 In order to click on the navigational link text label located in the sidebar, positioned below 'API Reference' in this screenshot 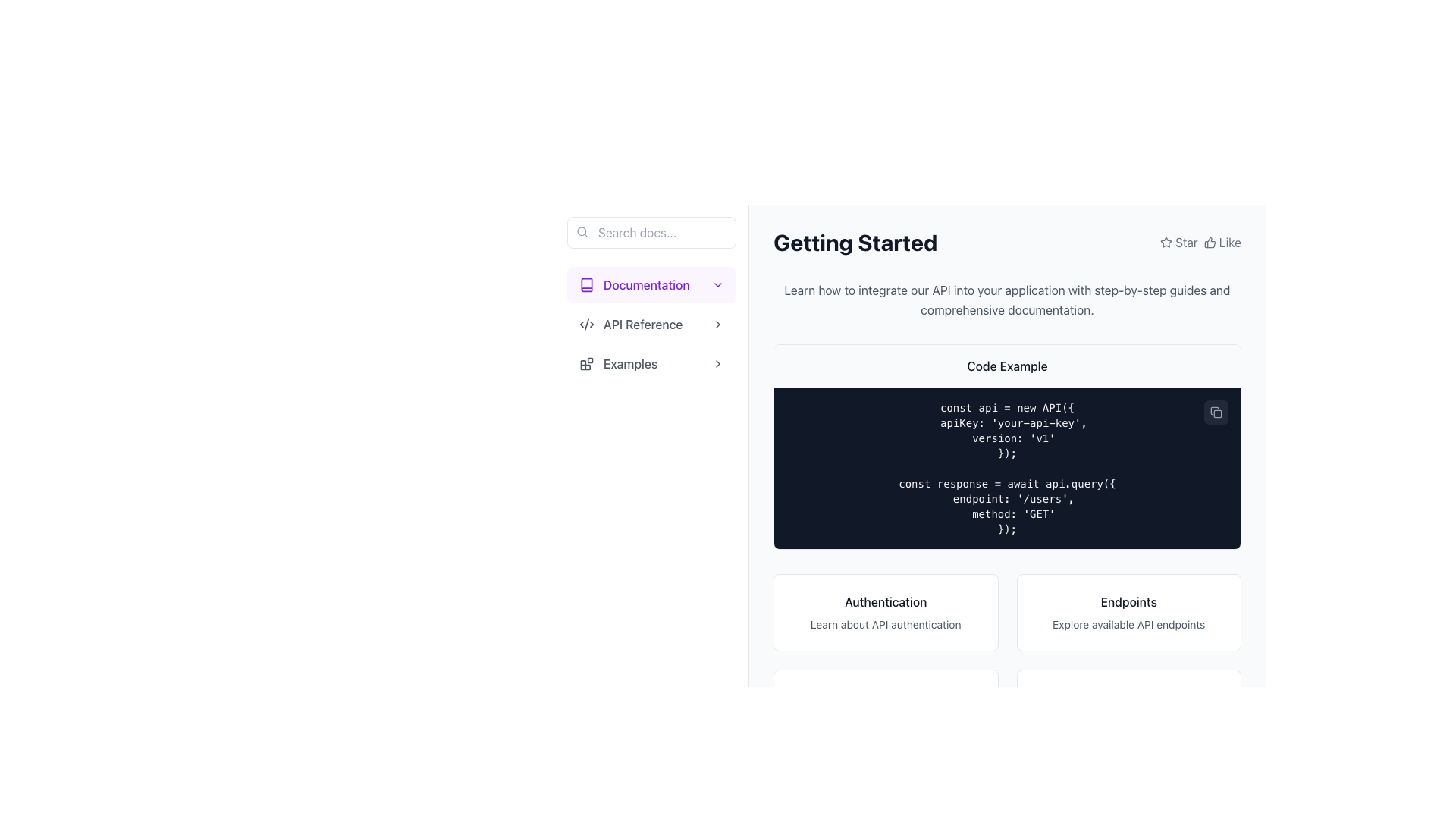, I will do `click(630, 363)`.